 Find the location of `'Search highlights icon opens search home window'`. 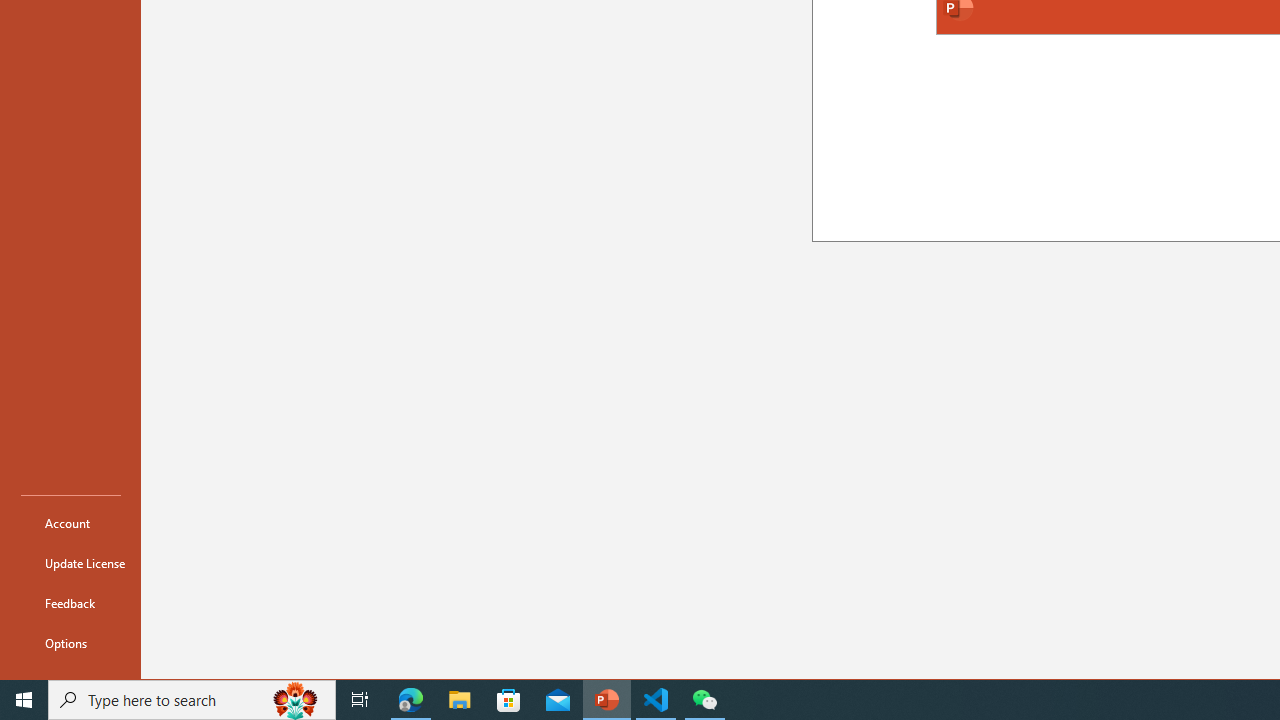

'Search highlights icon opens search home window' is located at coordinates (294, 698).